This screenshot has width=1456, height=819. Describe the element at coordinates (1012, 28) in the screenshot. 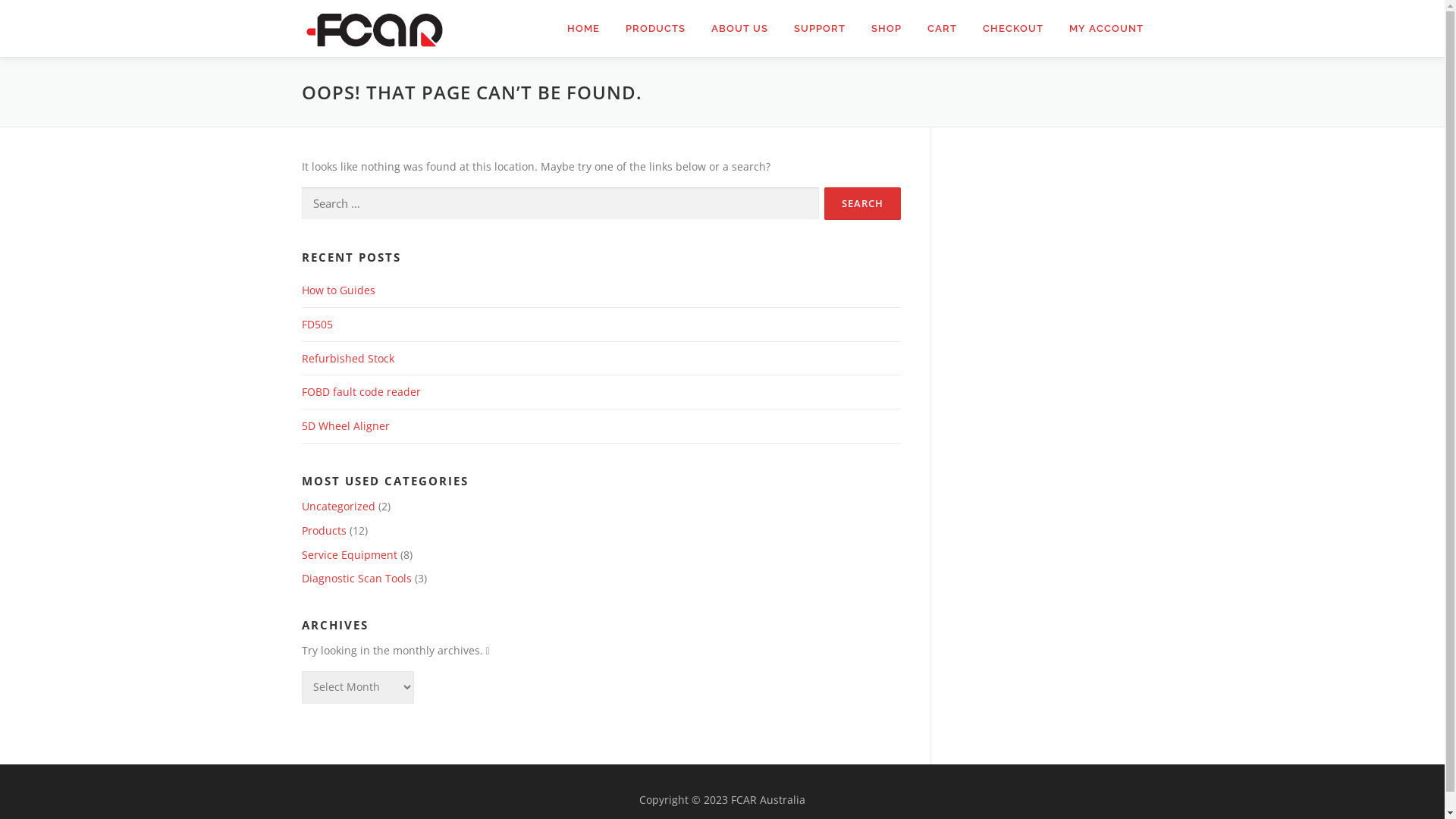

I see `'CHECKOUT'` at that location.